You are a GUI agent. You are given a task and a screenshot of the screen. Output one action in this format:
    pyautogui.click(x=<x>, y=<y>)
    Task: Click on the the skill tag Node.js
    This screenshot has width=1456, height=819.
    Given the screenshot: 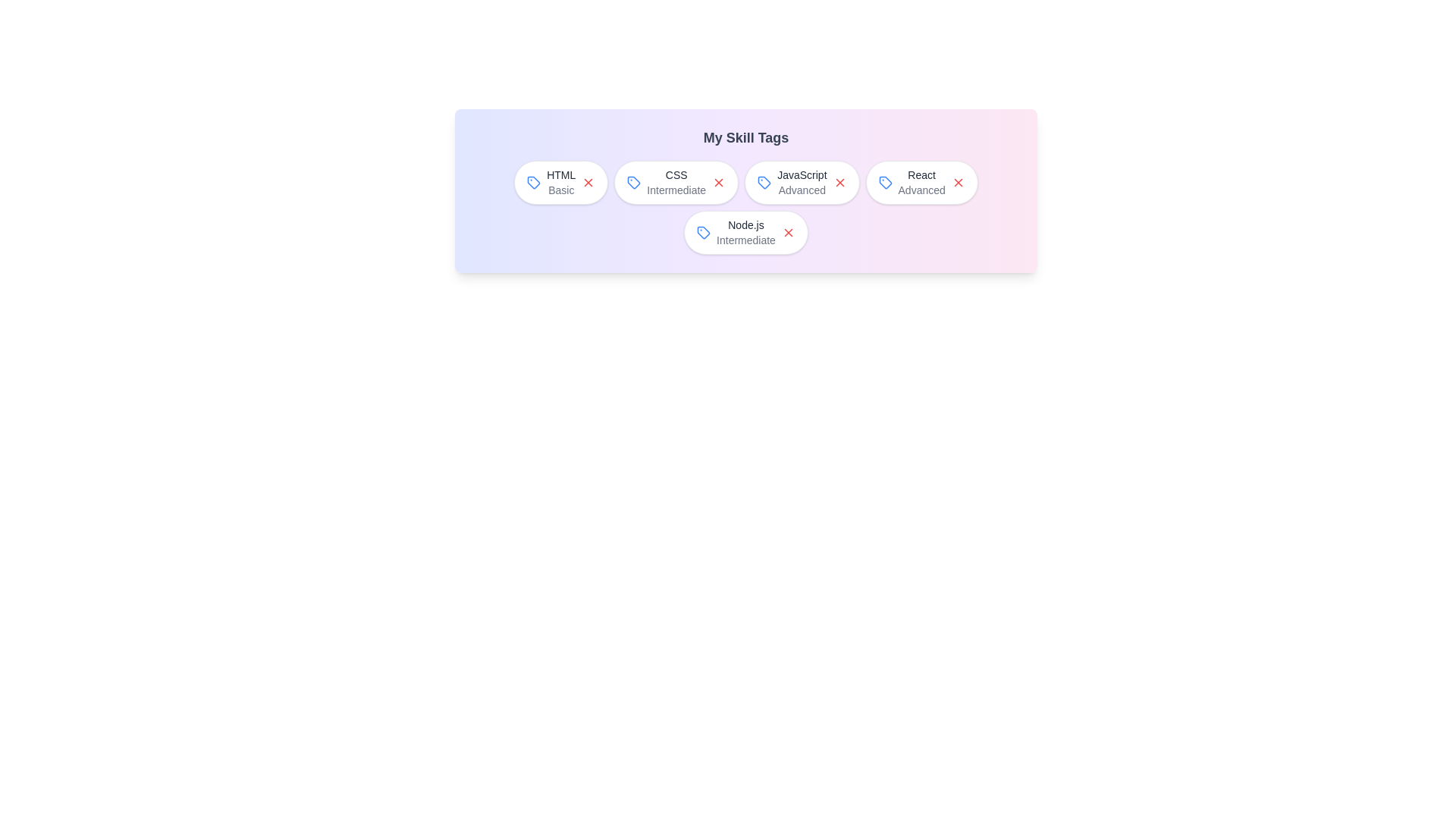 What is the action you would take?
    pyautogui.click(x=745, y=233)
    